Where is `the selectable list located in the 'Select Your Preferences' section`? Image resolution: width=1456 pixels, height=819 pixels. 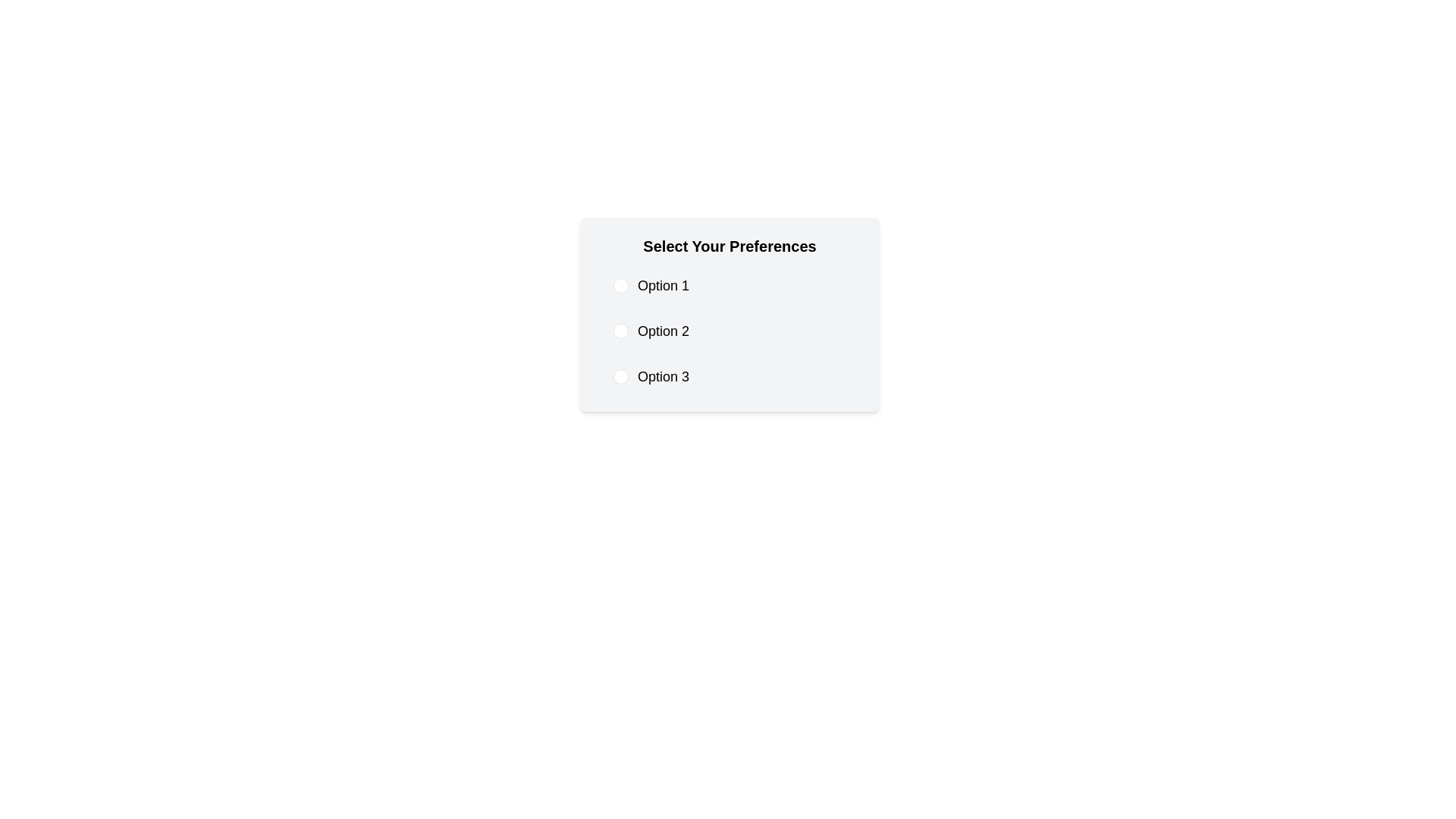 the selectable list located in the 'Select Your Preferences' section is located at coordinates (730, 330).